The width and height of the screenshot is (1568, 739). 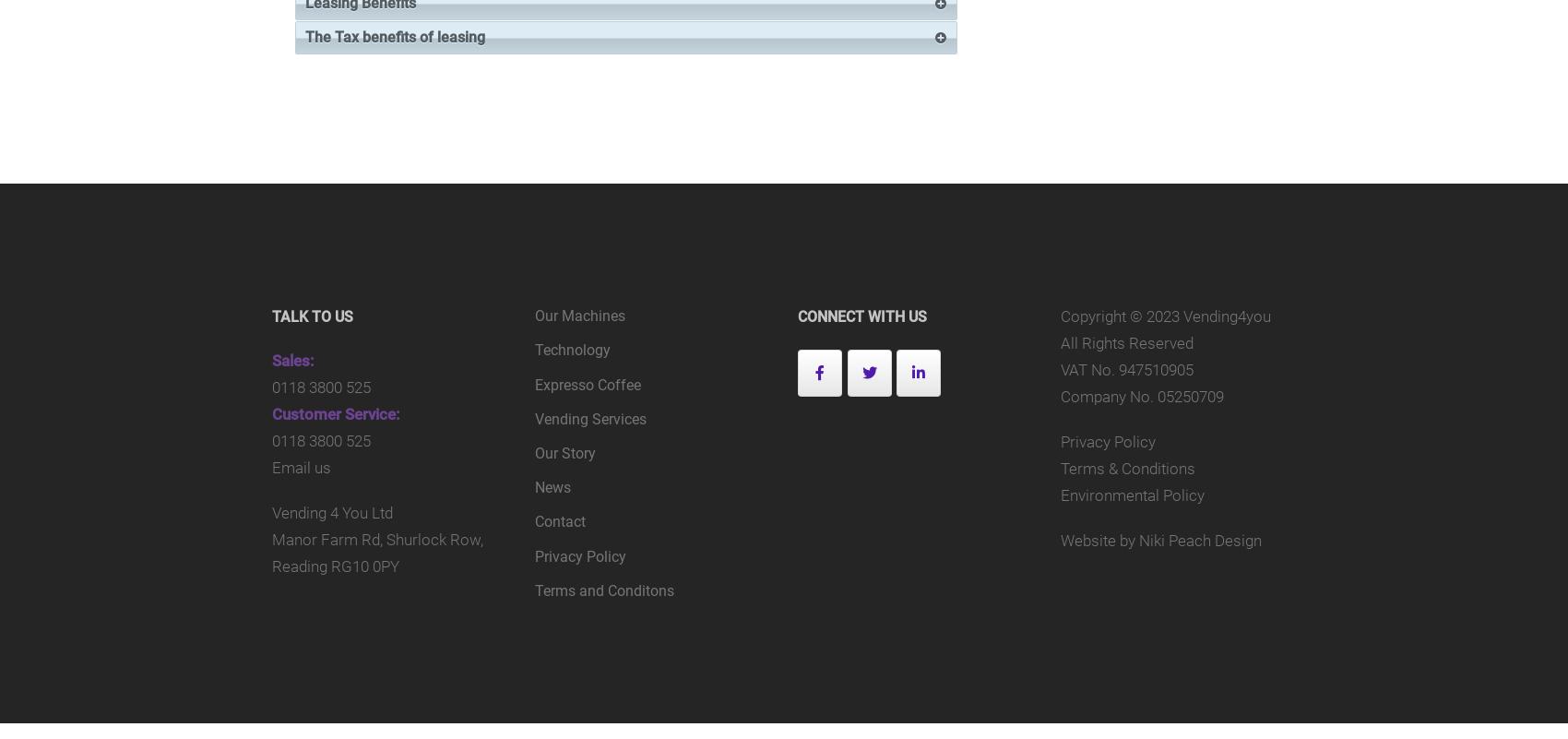 I want to click on 'Terms and Conditons', so click(x=534, y=589).